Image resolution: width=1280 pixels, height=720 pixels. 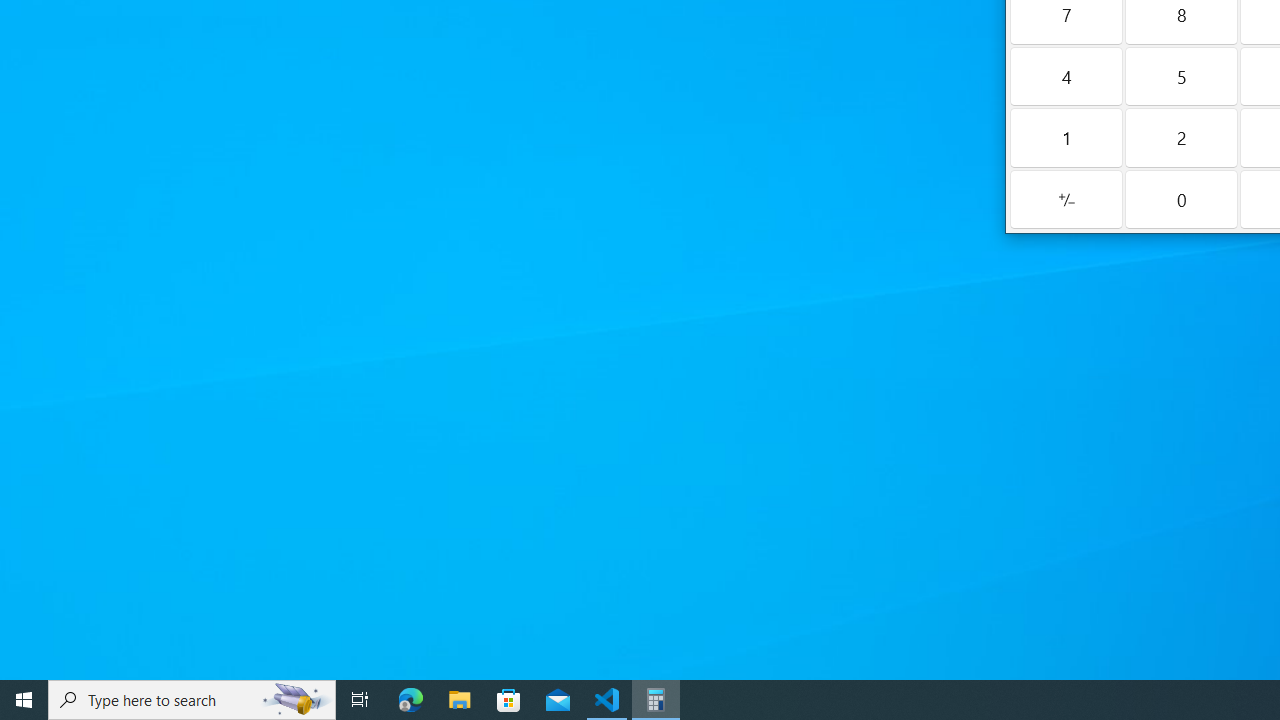 What do you see at coordinates (459, 698) in the screenshot?
I see `'File Explorer'` at bounding box center [459, 698].